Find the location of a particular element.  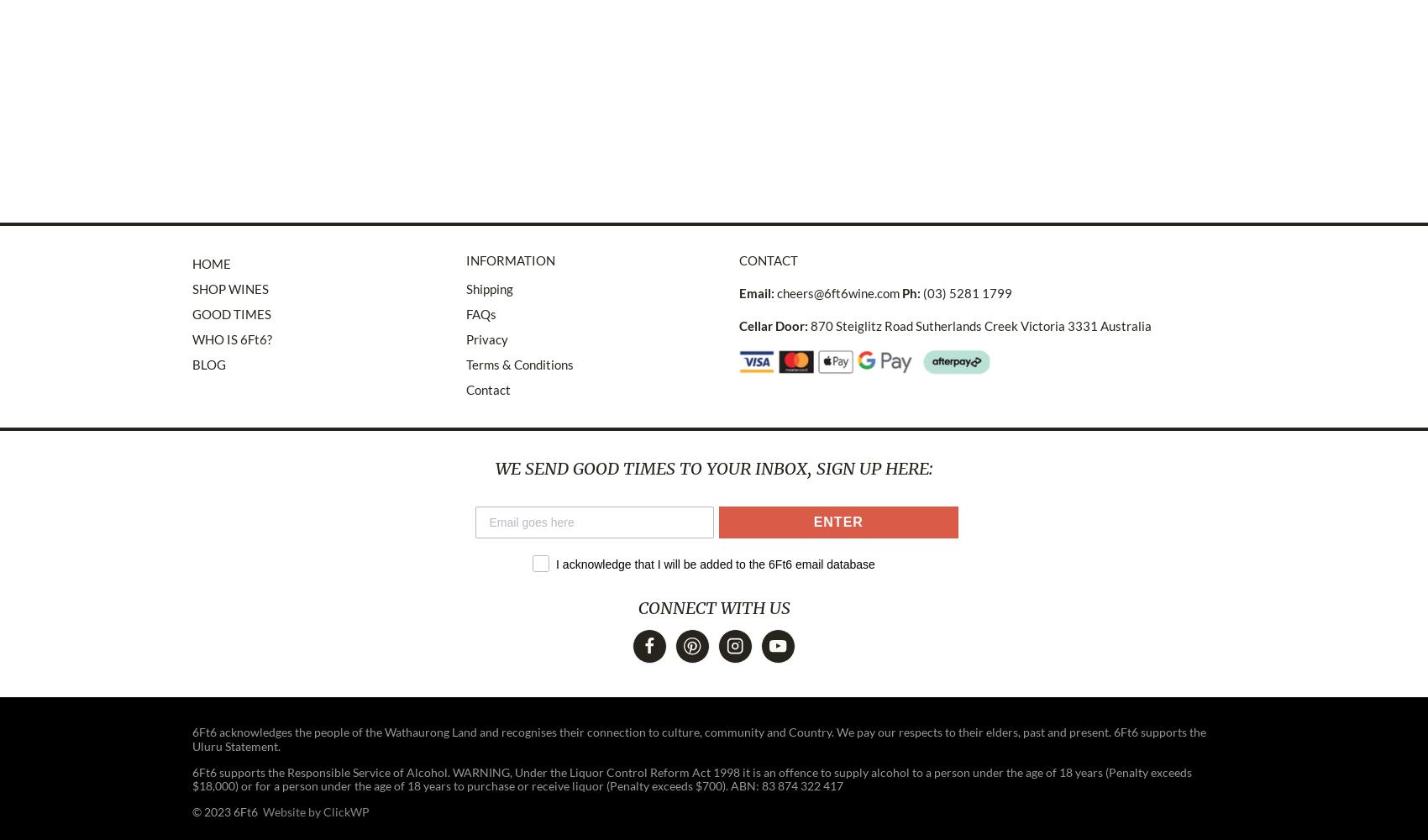

'WHO IS 6Ft6?' is located at coordinates (192, 339).